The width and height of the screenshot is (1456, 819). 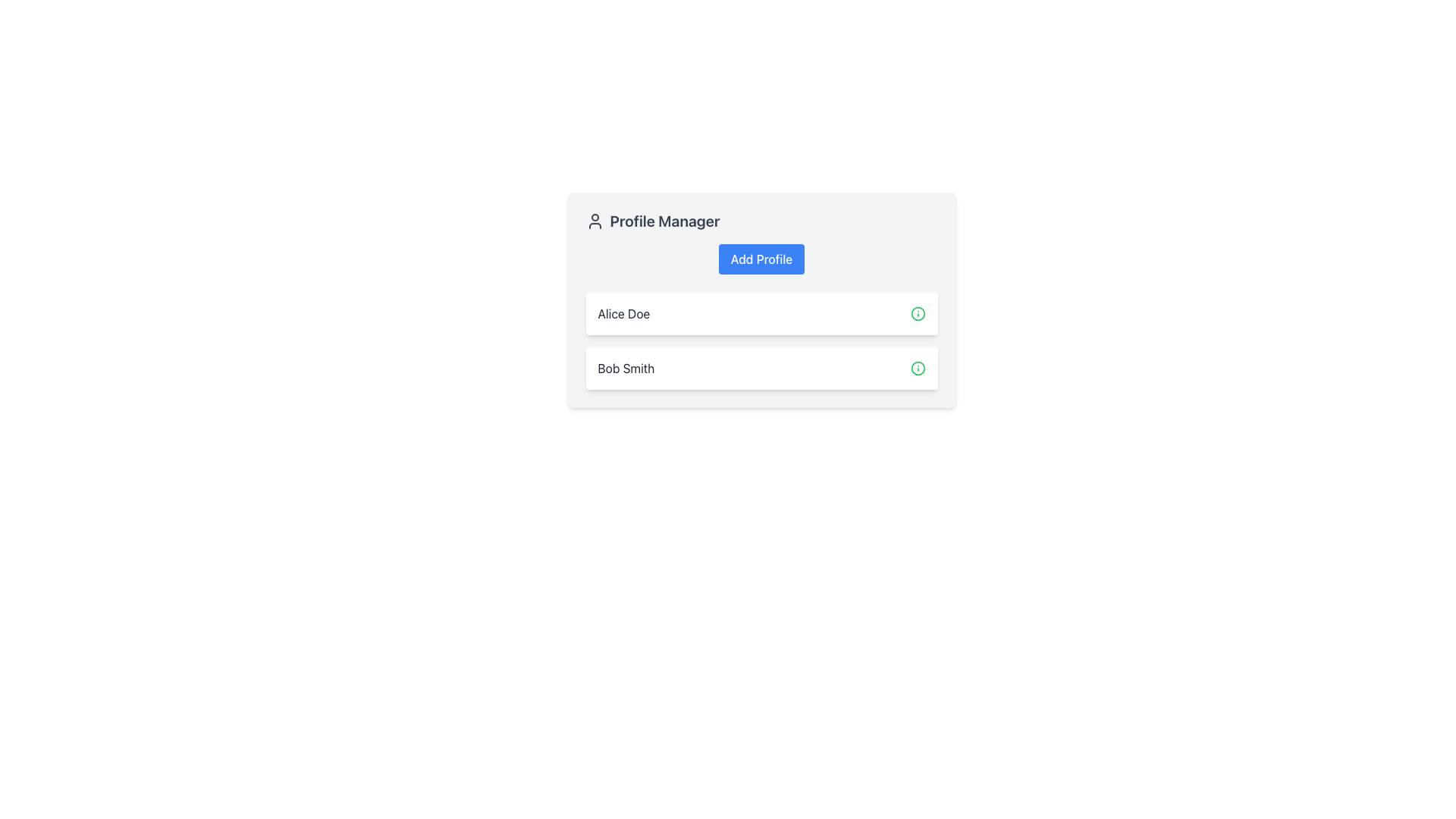 What do you see at coordinates (917, 312) in the screenshot?
I see `the circular green icon that serves as a visual status indicator associated with the 'Bob Smith' list entry in the card displayed on the webpage` at bounding box center [917, 312].